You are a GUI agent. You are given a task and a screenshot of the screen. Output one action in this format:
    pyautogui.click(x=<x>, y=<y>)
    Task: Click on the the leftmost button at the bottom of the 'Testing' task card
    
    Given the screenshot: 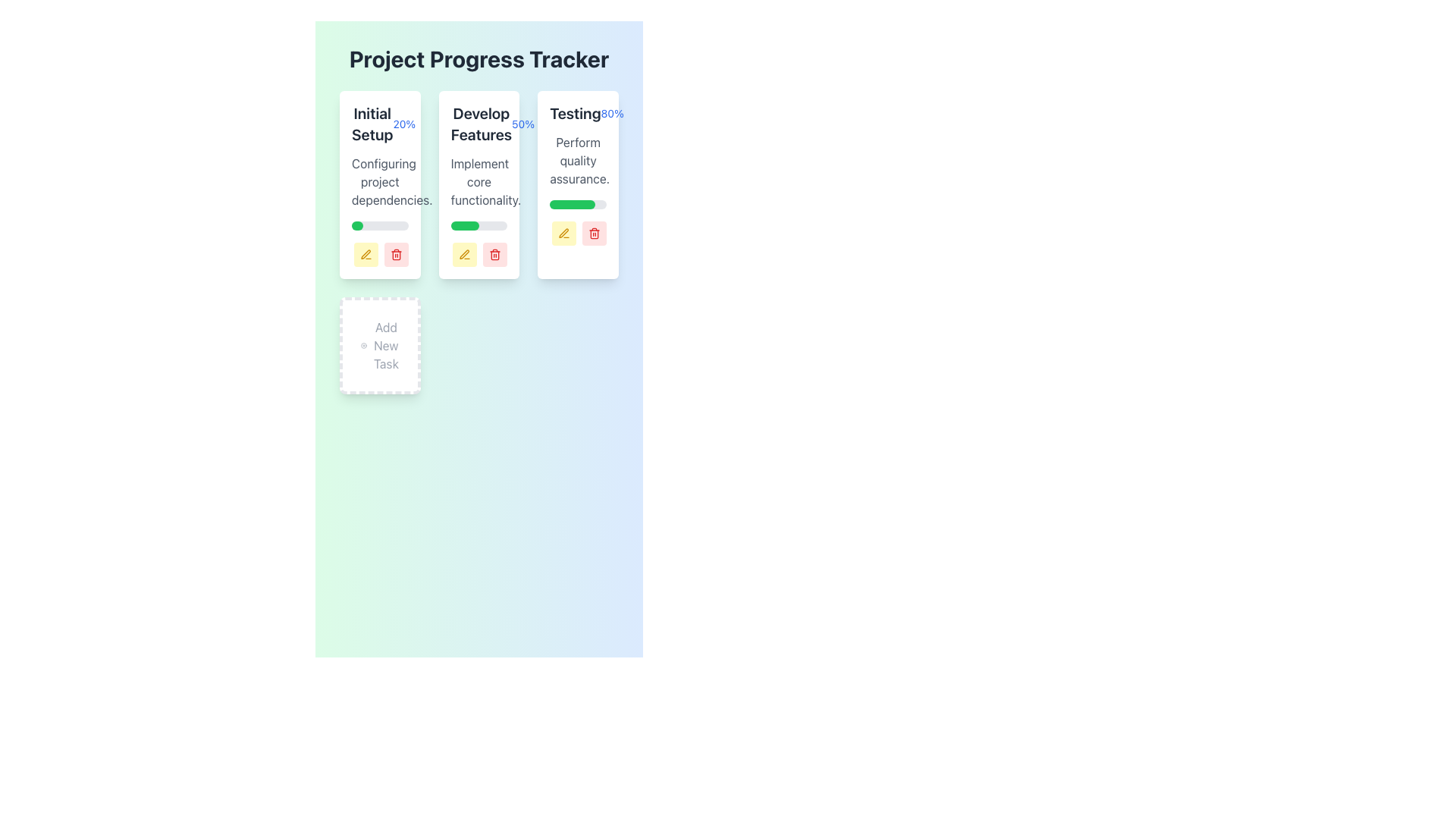 What is the action you would take?
    pyautogui.click(x=563, y=234)
    